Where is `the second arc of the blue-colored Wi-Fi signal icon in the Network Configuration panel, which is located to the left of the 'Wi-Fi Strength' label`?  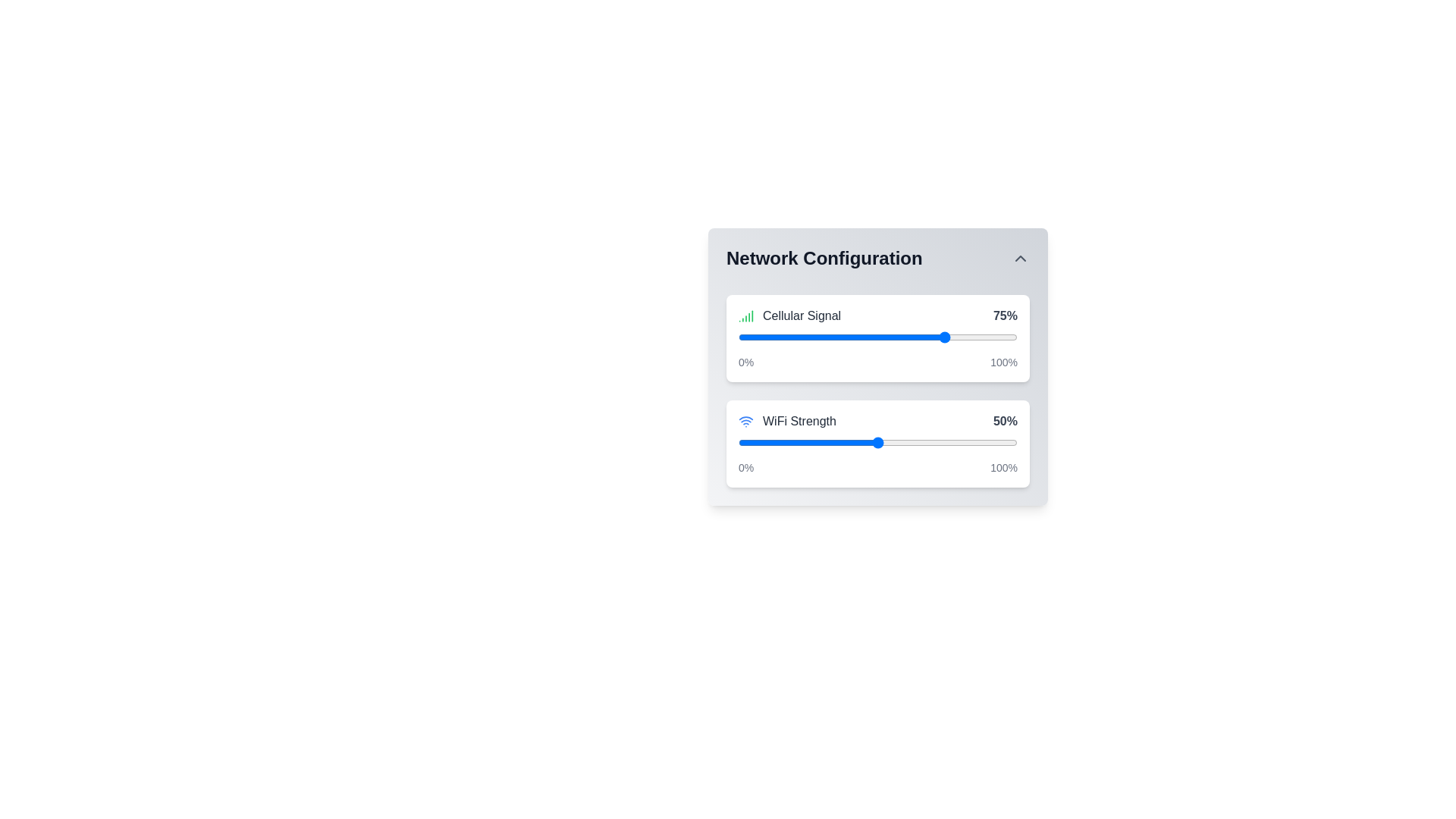
the second arc of the blue-colored Wi-Fi signal icon in the Network Configuration panel, which is located to the left of the 'Wi-Fi Strength' label is located at coordinates (745, 418).